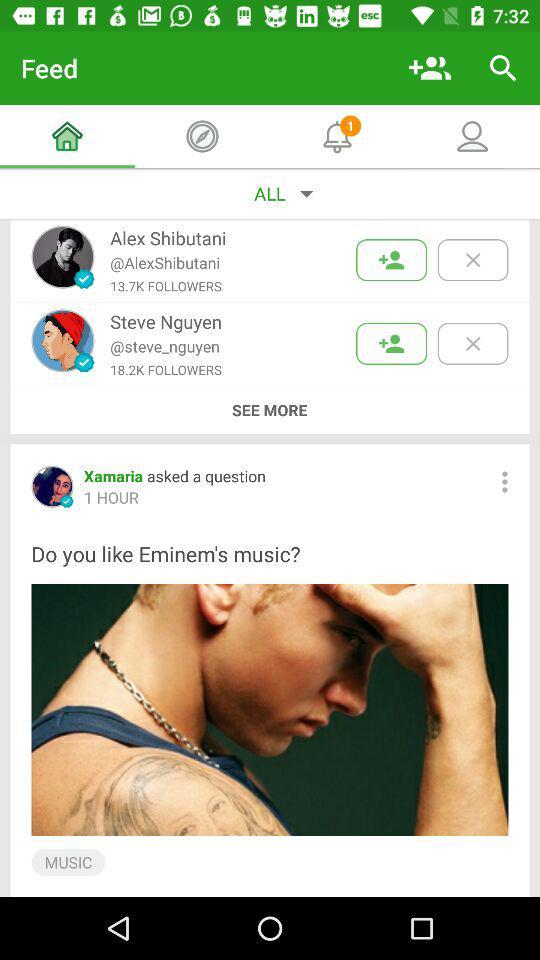 The height and width of the screenshot is (960, 540). What do you see at coordinates (503, 481) in the screenshot?
I see `open menu` at bounding box center [503, 481].